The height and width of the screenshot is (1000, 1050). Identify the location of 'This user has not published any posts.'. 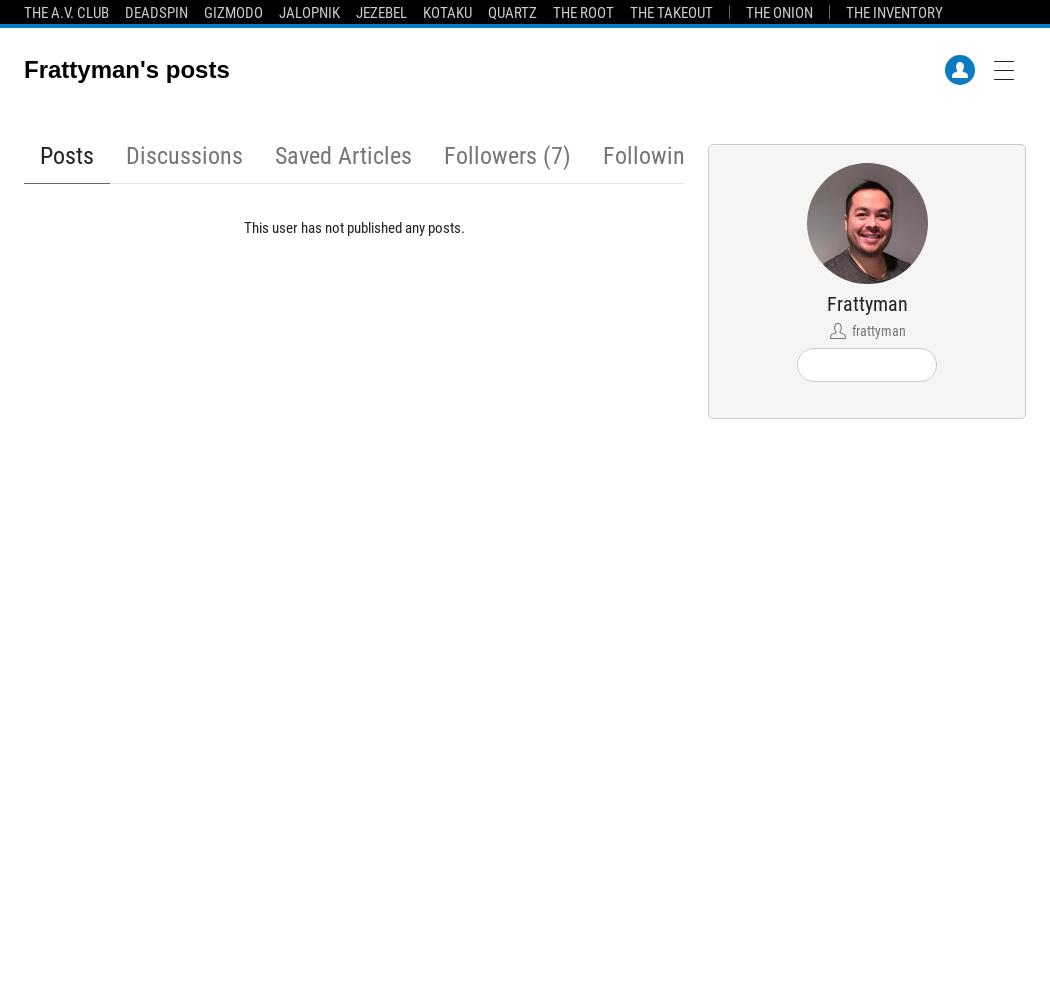
(352, 227).